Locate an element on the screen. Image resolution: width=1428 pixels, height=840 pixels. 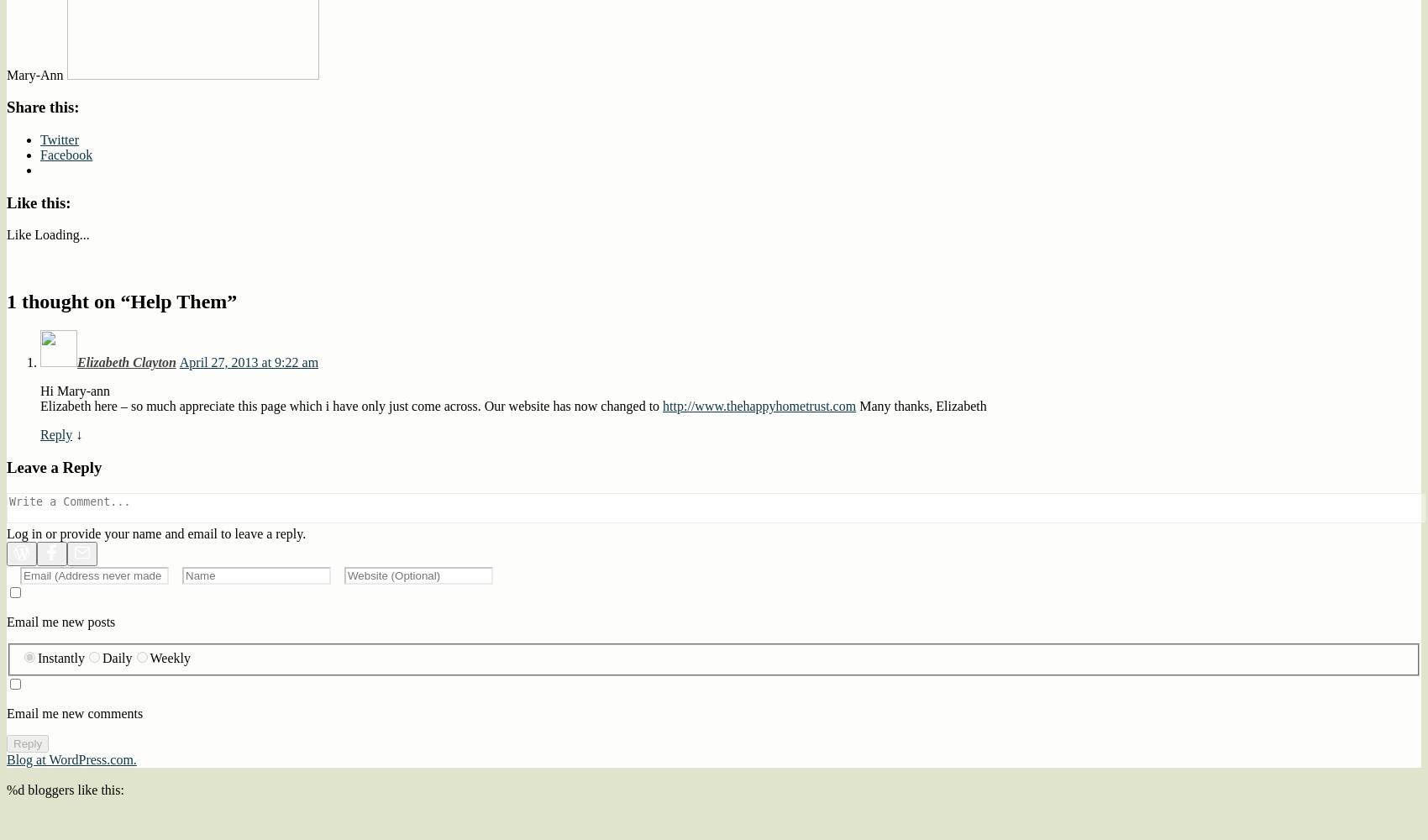
'Daily' is located at coordinates (116, 658).